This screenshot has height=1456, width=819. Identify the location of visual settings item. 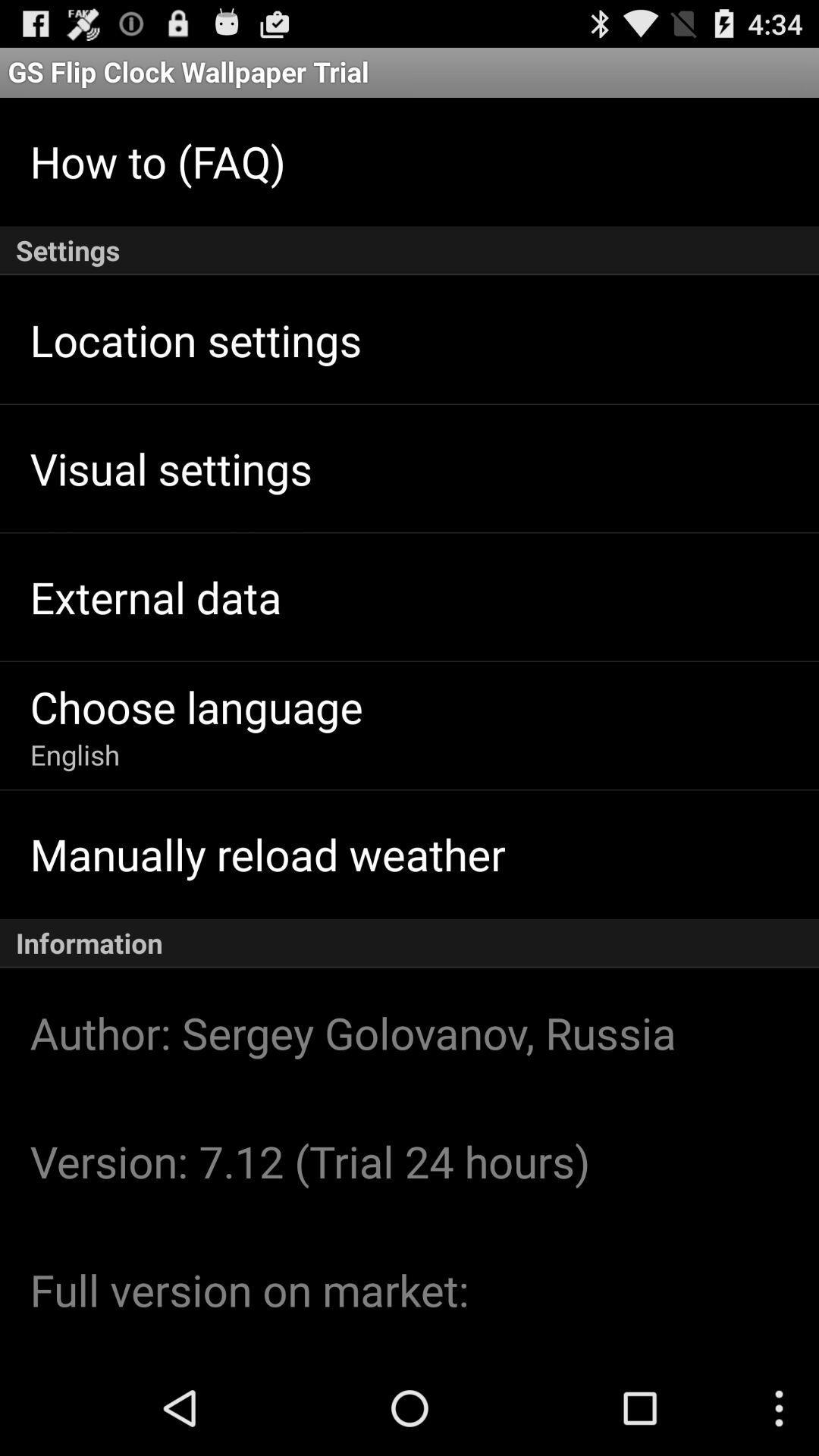
(171, 467).